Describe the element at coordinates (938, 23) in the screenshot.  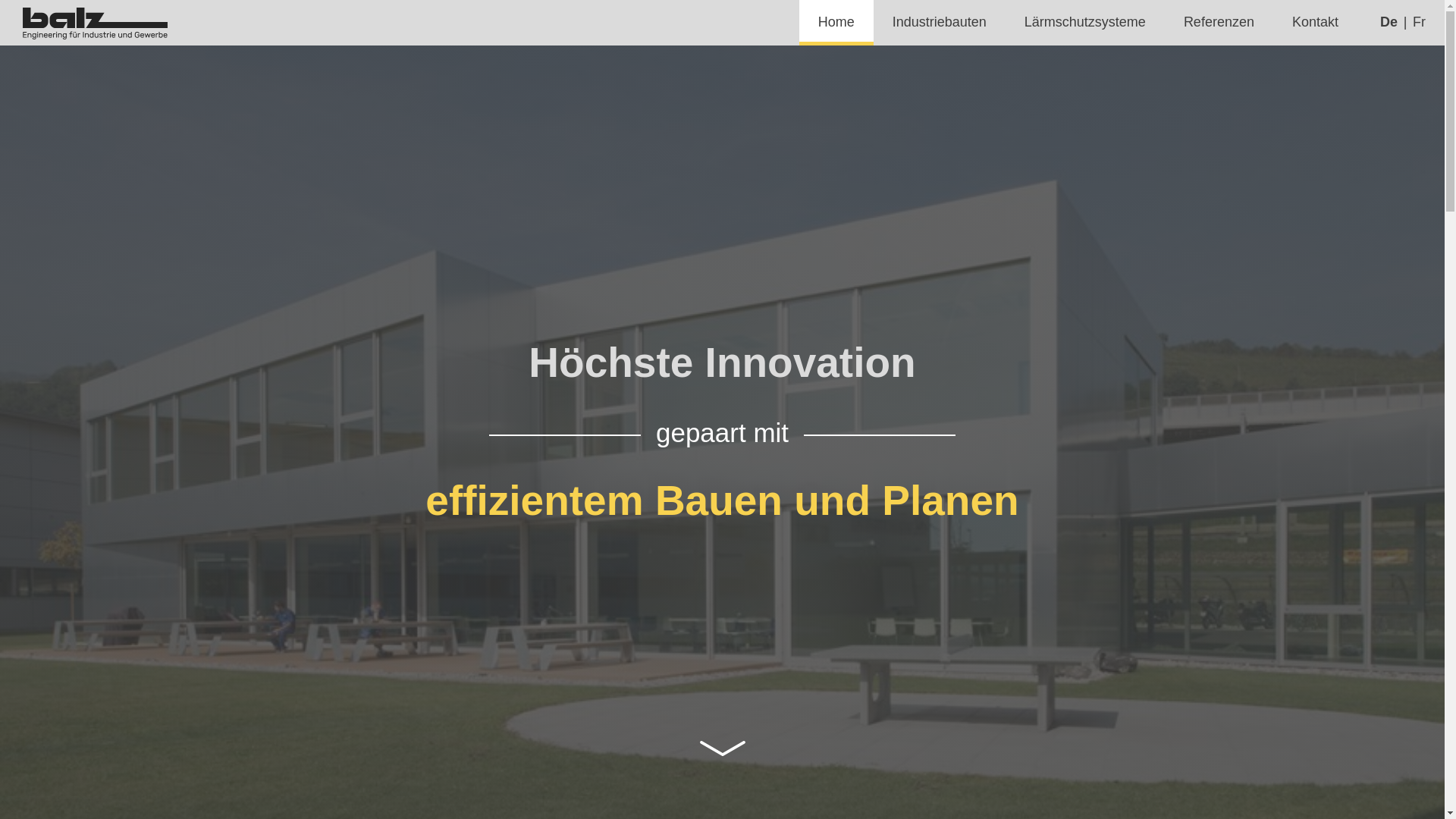
I see `'Industriebauten'` at that location.